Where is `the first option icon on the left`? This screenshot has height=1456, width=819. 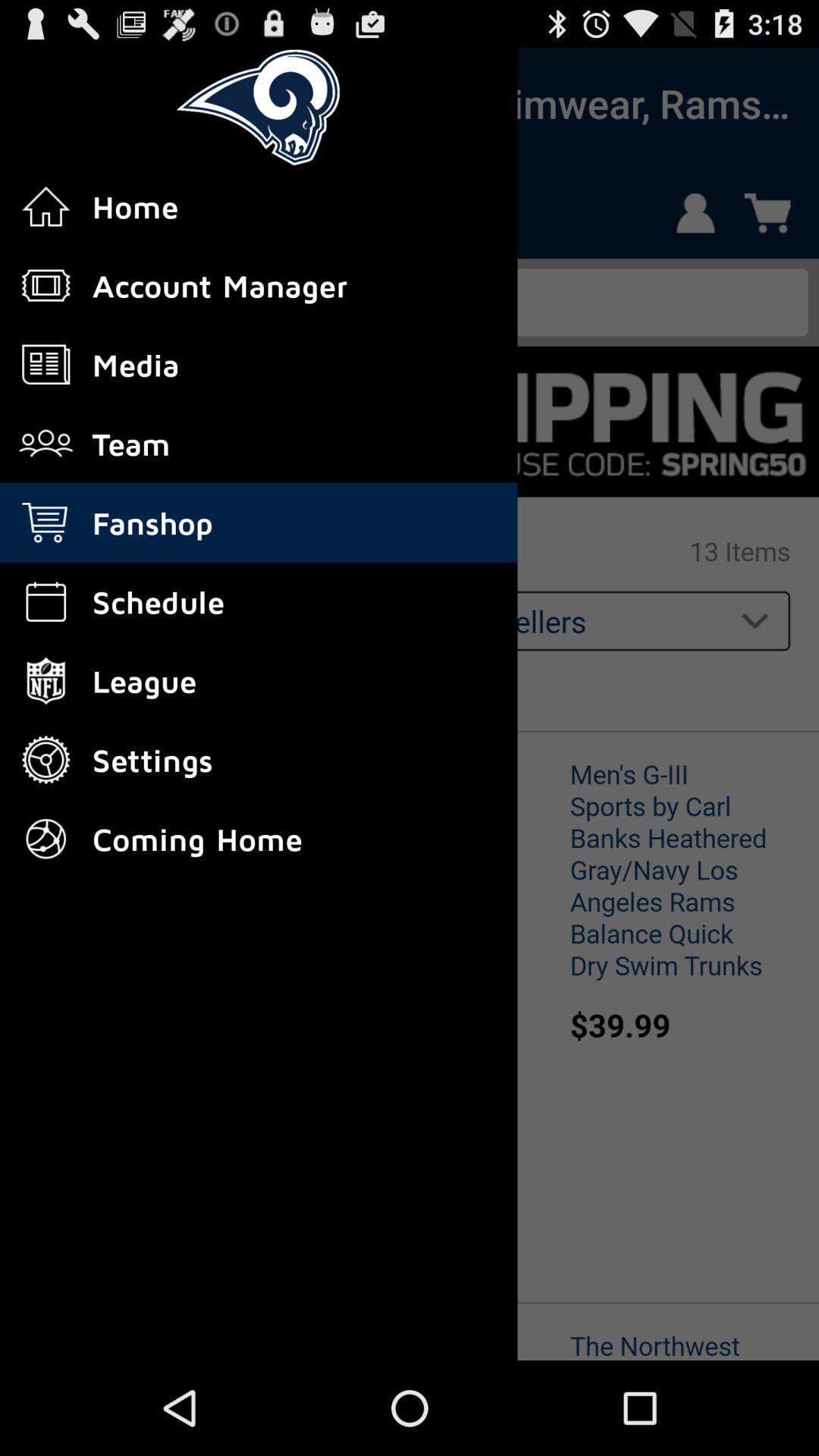
the first option icon on the left is located at coordinates (45, 206).